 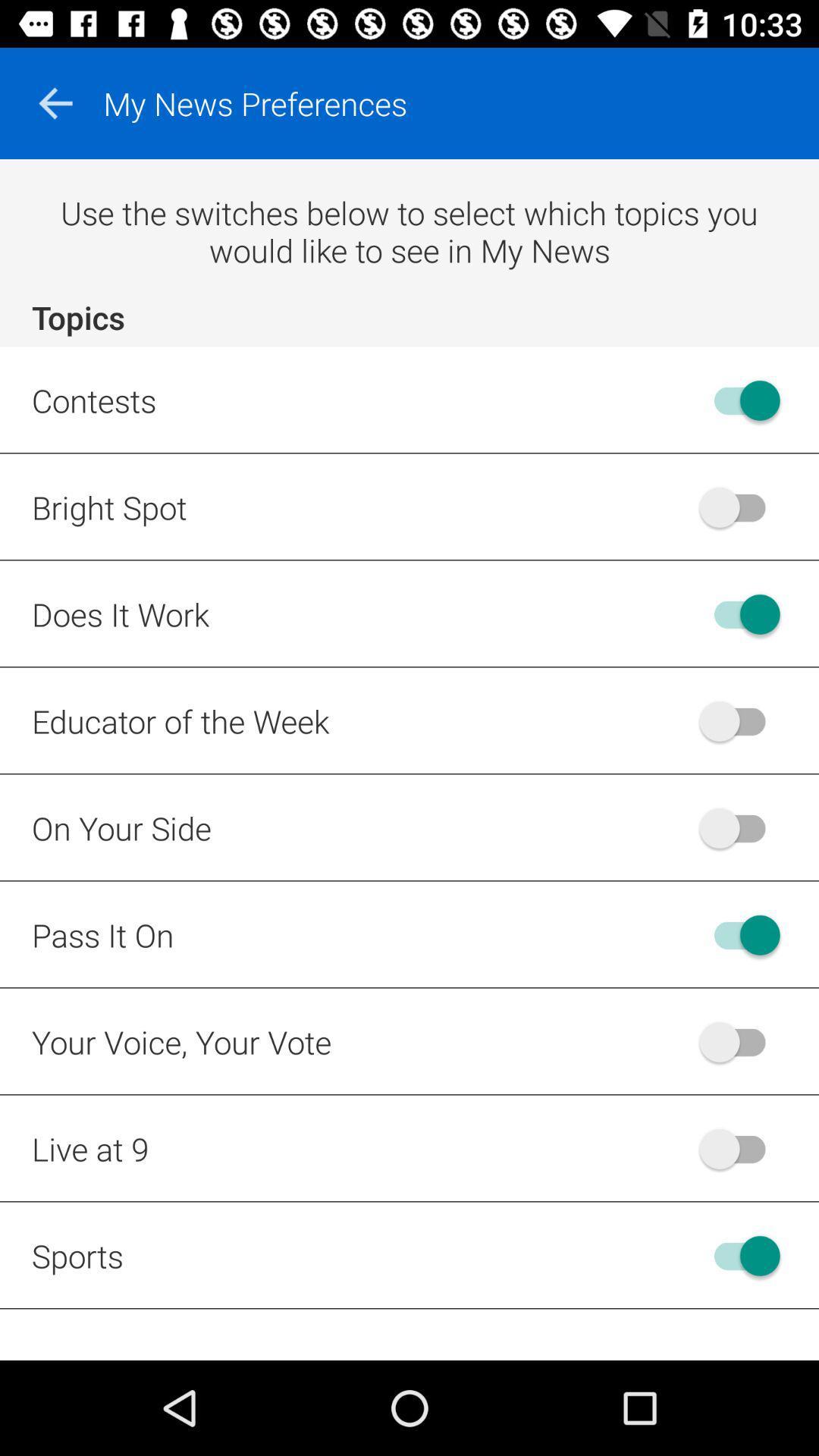 What do you see at coordinates (55, 102) in the screenshot?
I see `icon at the top left corner` at bounding box center [55, 102].